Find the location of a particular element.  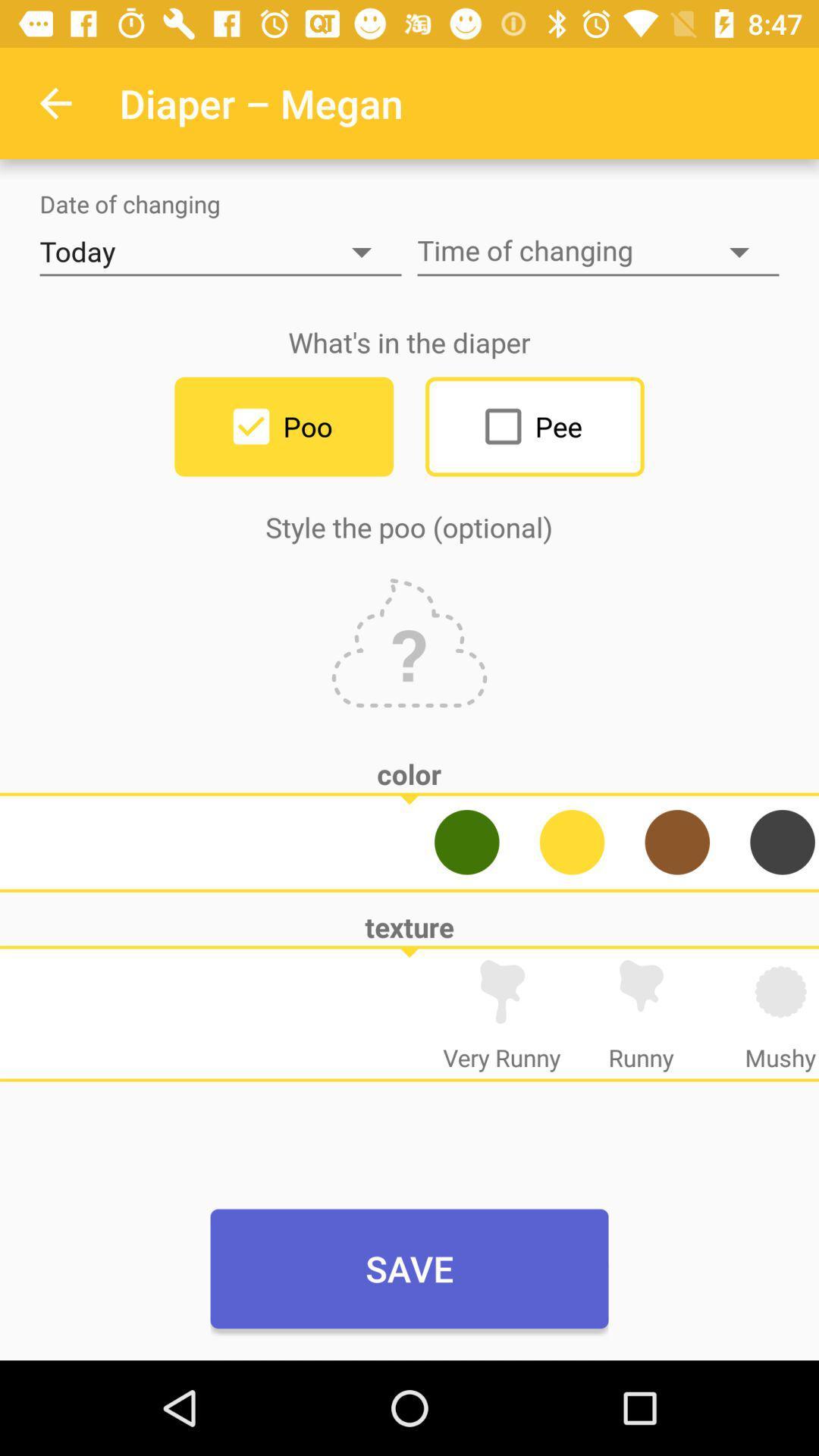

pick black as poo color is located at coordinates (783, 841).